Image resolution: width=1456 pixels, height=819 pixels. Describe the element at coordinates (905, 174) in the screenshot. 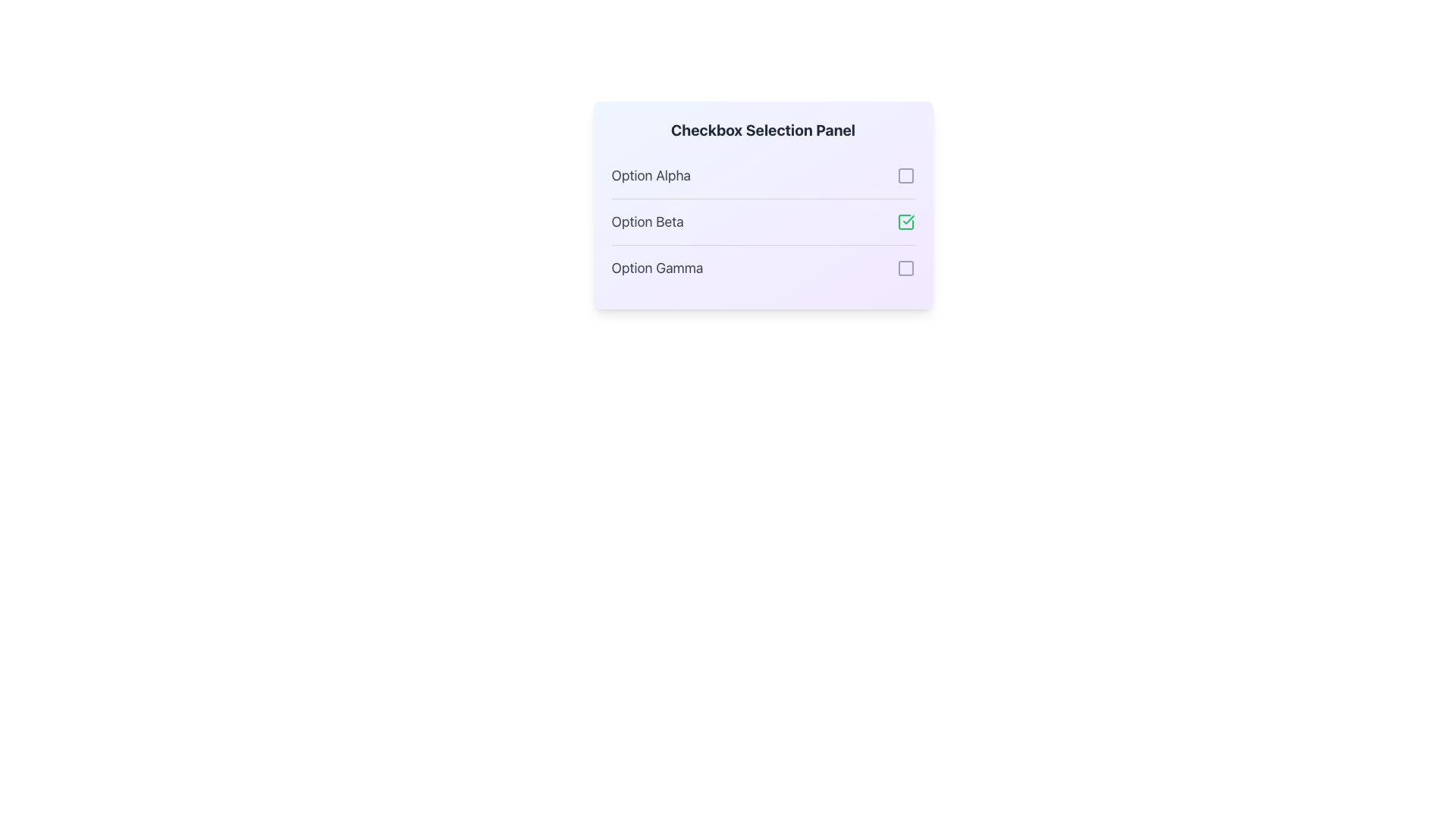

I see `the checkbox that toggles the selection state for 'Option Alpha' in the Checkbox Selection Panel` at that location.